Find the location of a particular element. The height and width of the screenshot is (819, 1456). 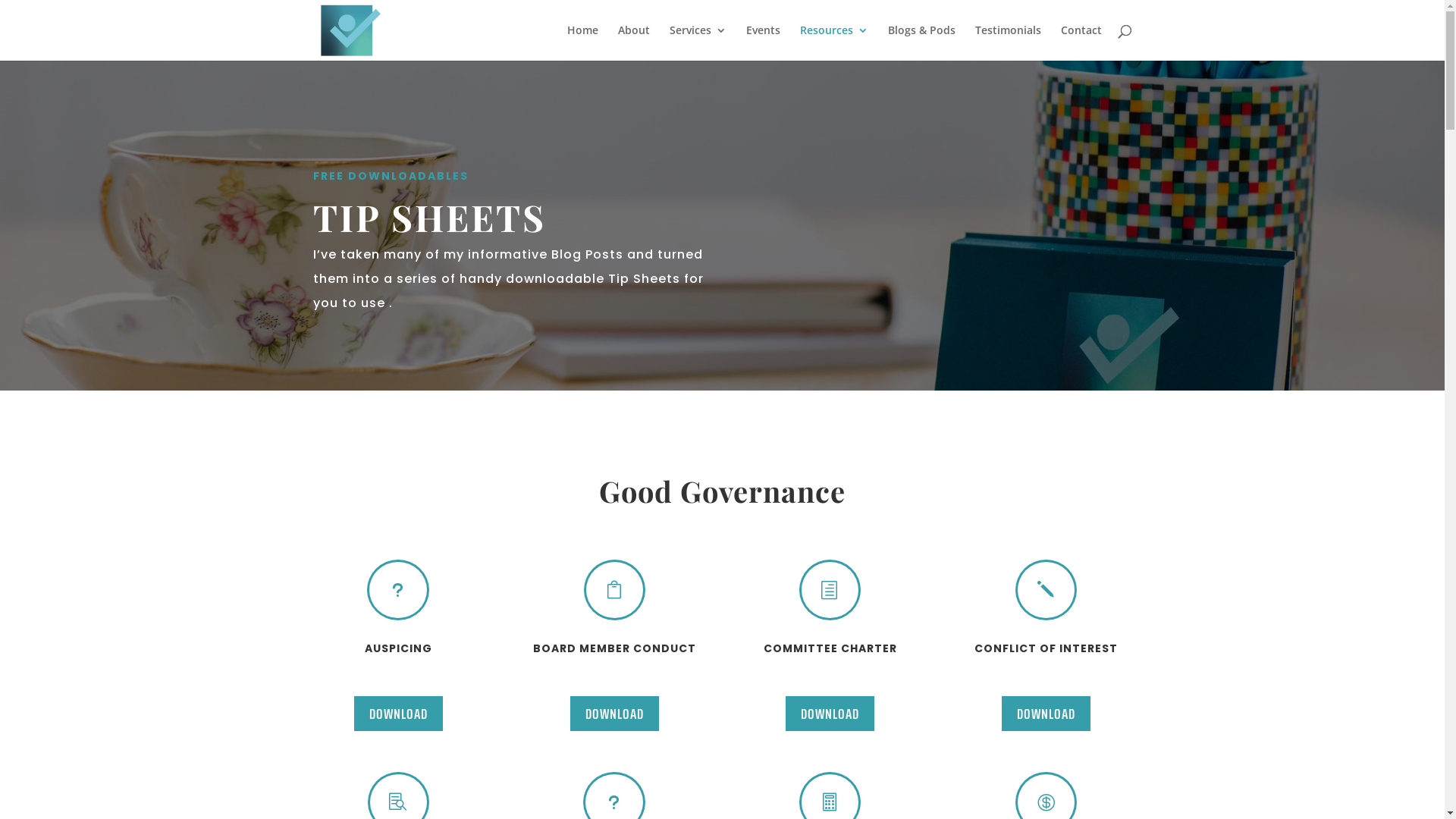

'Blogs & Pods' is located at coordinates (920, 42).